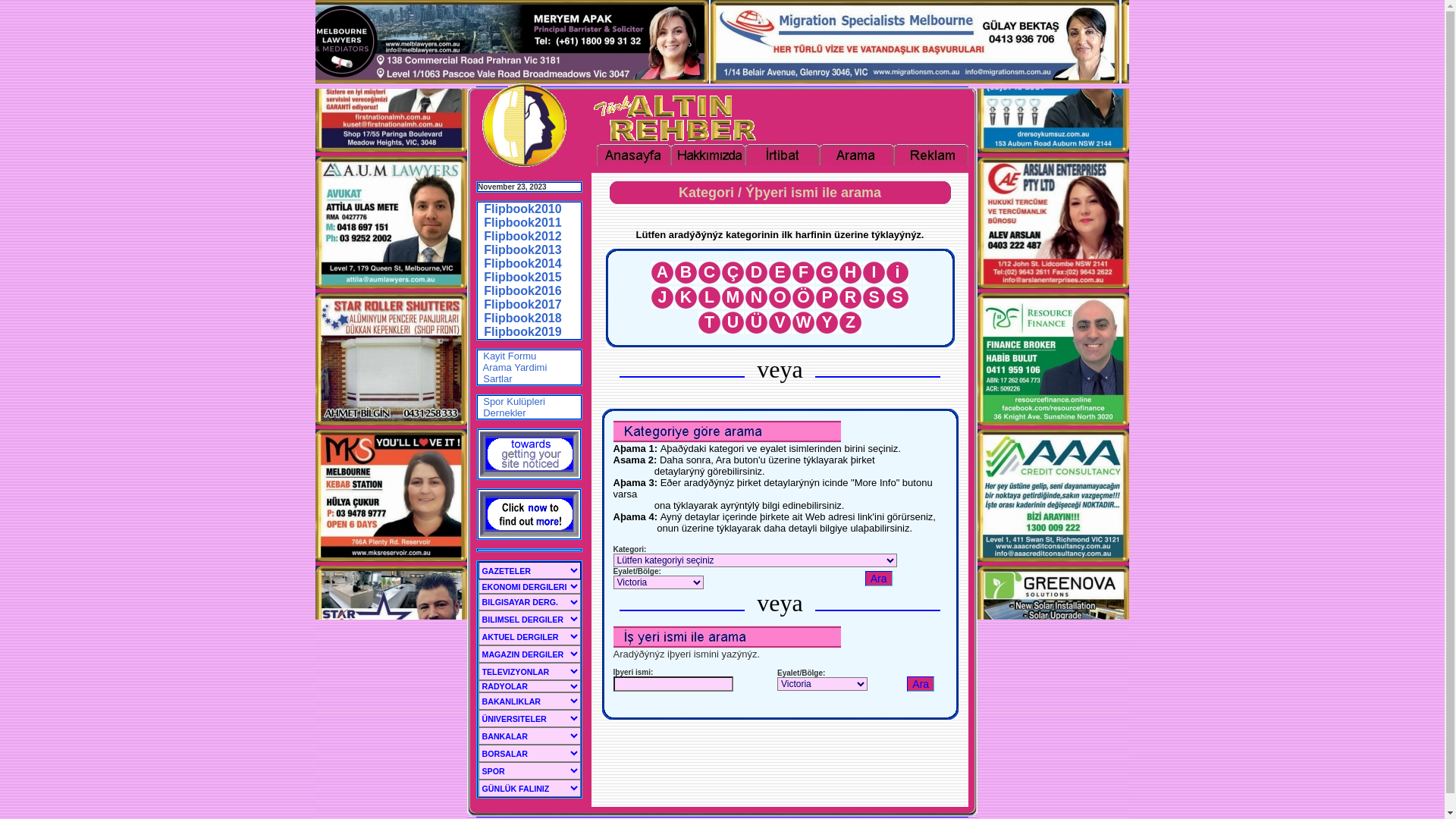  I want to click on 'N', so click(756, 300).